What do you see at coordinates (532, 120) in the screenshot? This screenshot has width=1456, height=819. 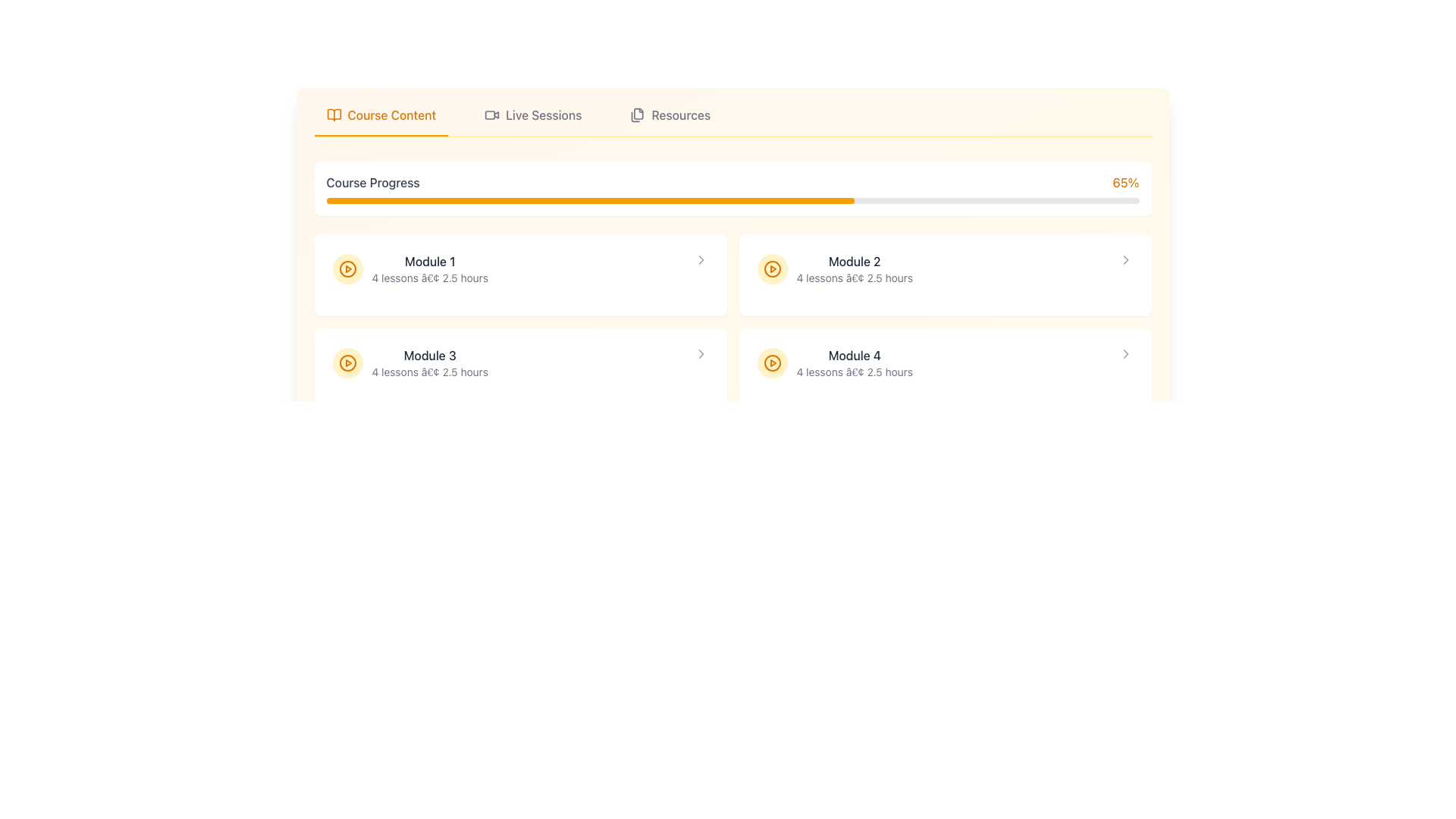 I see `the 'Live Sessions' button, which is the second item in the horizontal navigation bar located between 'Course Content' and 'Resources'` at bounding box center [532, 120].